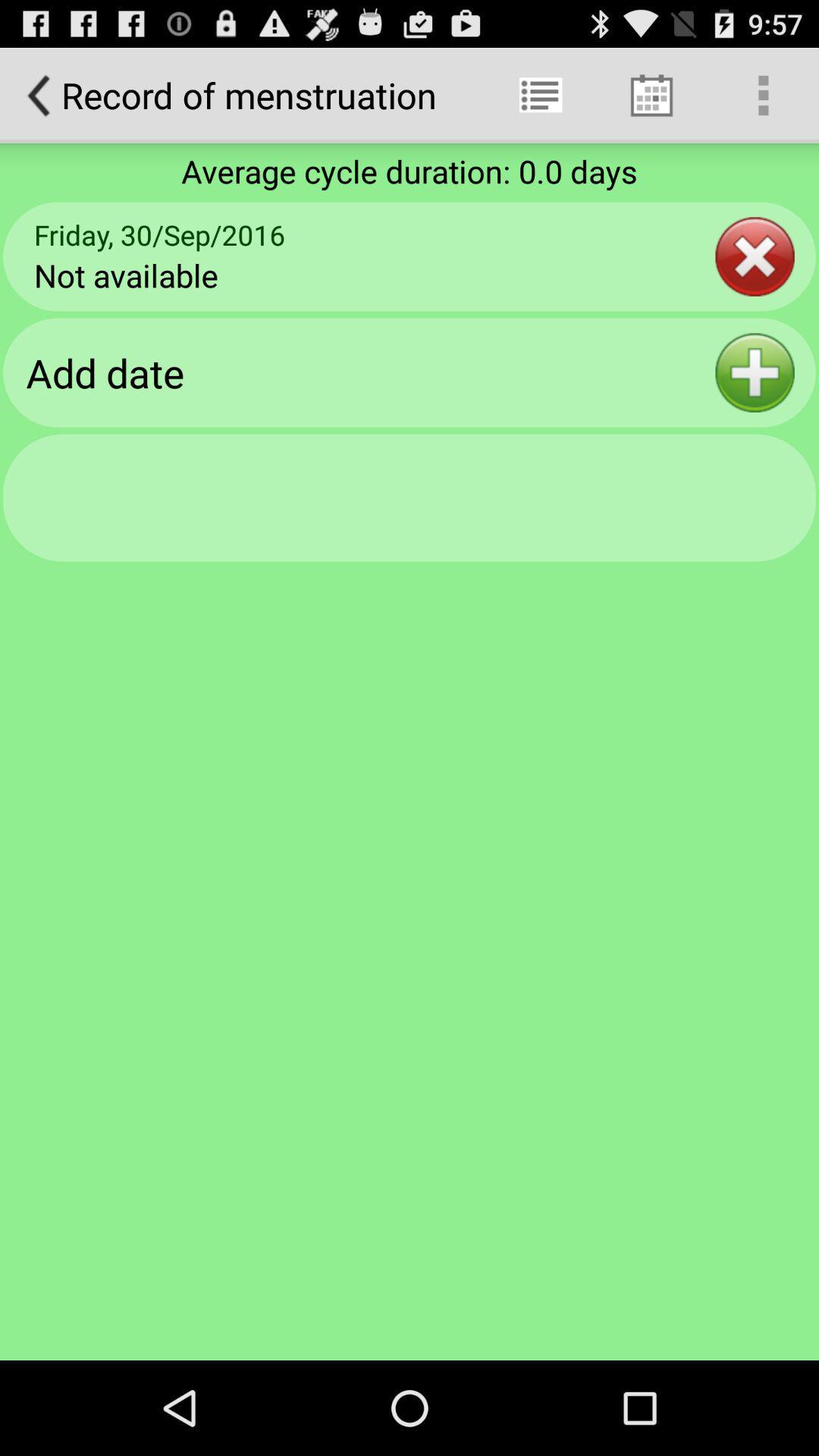  What do you see at coordinates (755, 256) in the screenshot?
I see `delete entry` at bounding box center [755, 256].